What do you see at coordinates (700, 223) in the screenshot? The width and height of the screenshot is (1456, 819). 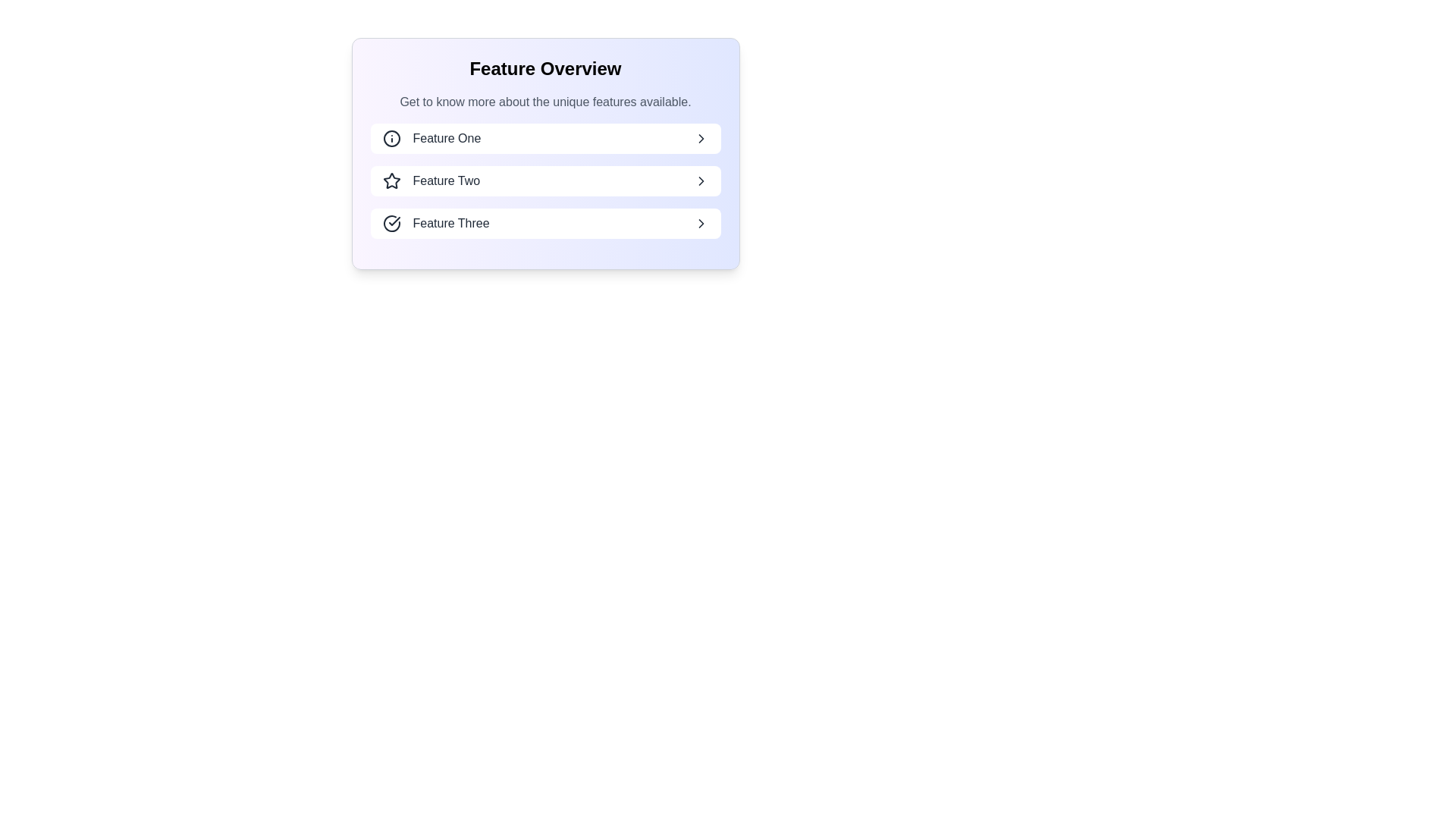 I see `the navigation icon located in the right-aligned section of 'Feature Three', which indicates further interaction options` at bounding box center [700, 223].